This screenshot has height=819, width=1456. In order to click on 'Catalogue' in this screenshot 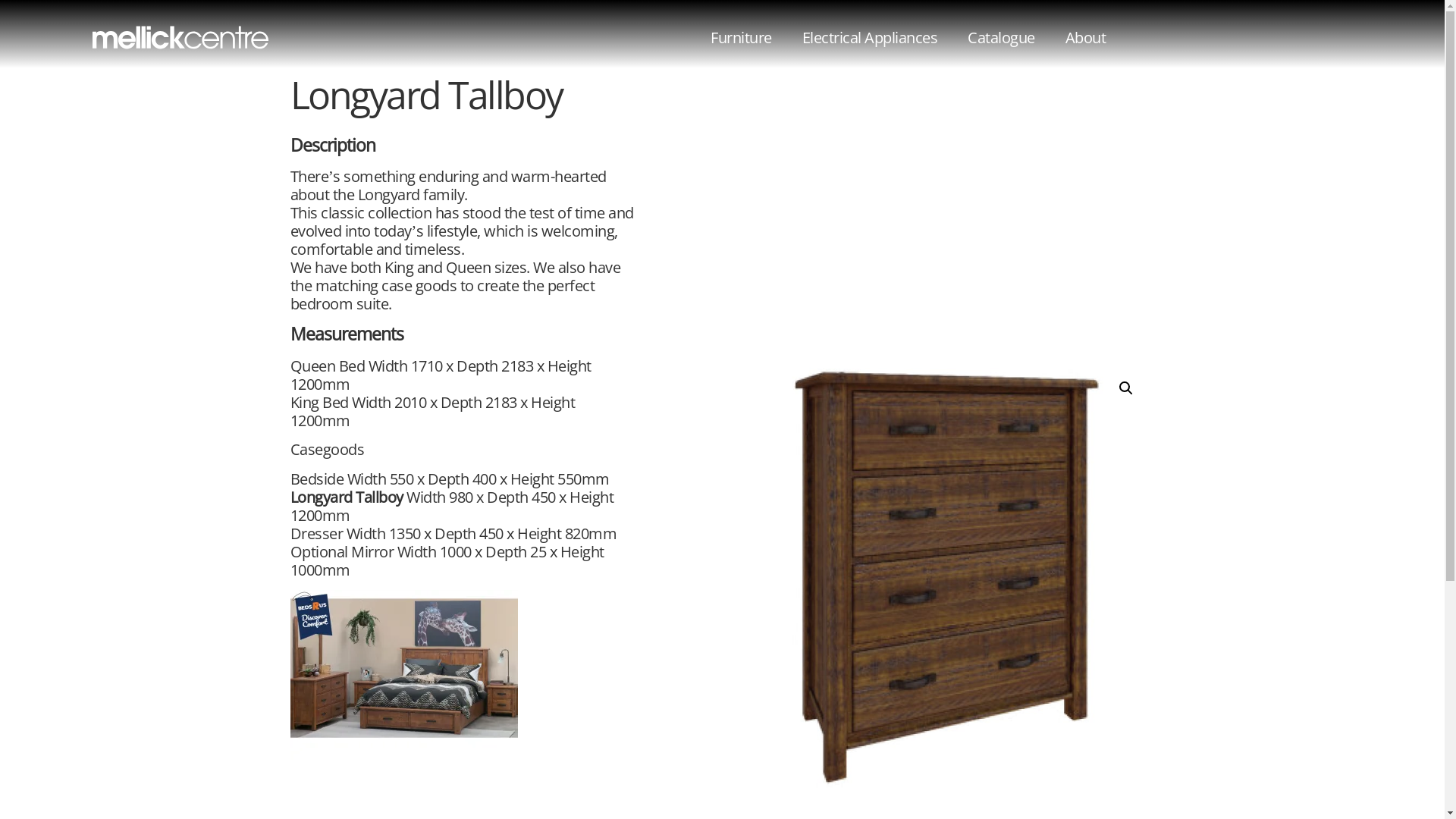, I will do `click(1001, 37)`.